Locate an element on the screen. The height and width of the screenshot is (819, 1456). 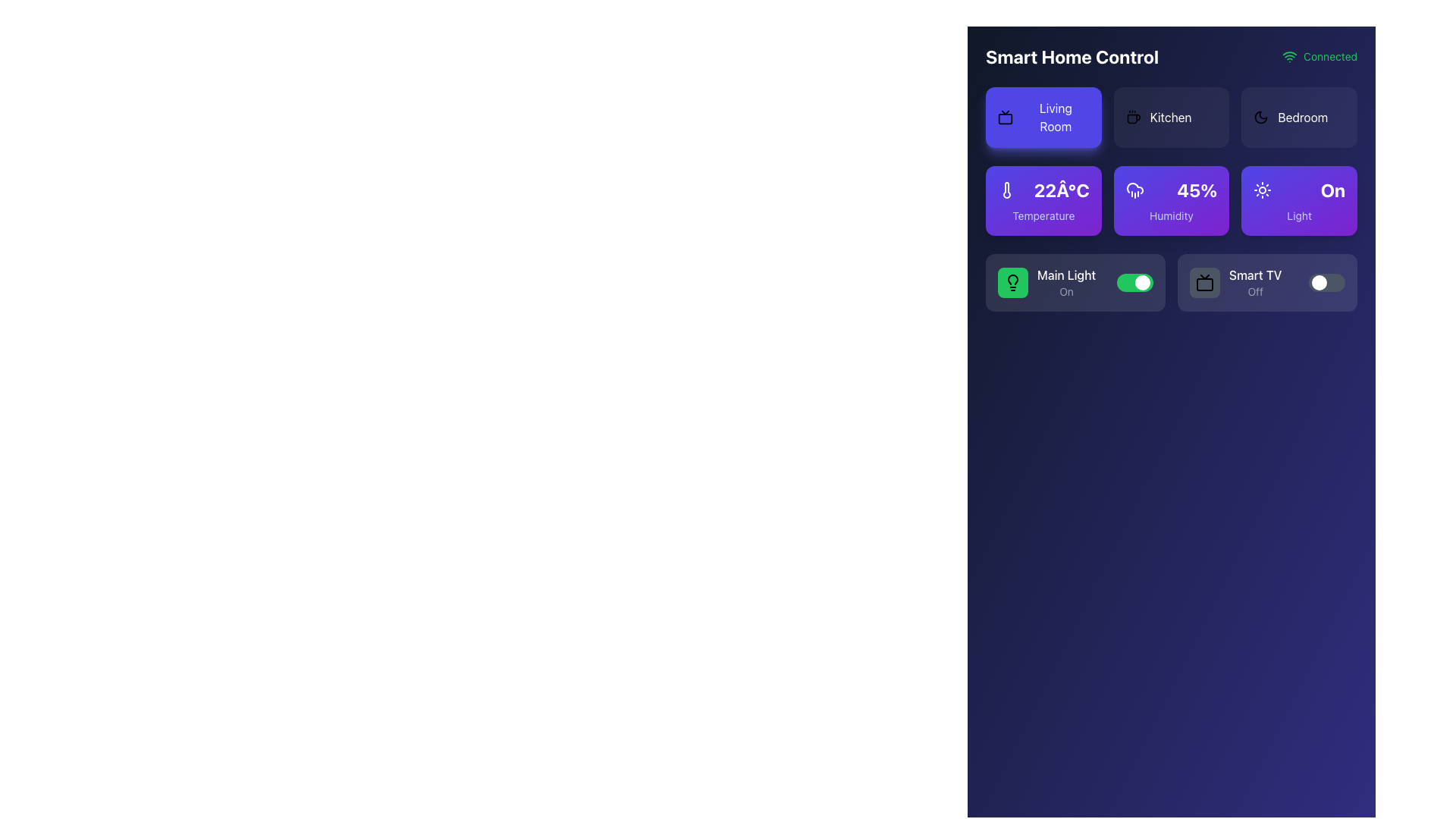
the 'Living Room' button with a purple background and a television icon on its left side to confirm selection is located at coordinates (1043, 116).